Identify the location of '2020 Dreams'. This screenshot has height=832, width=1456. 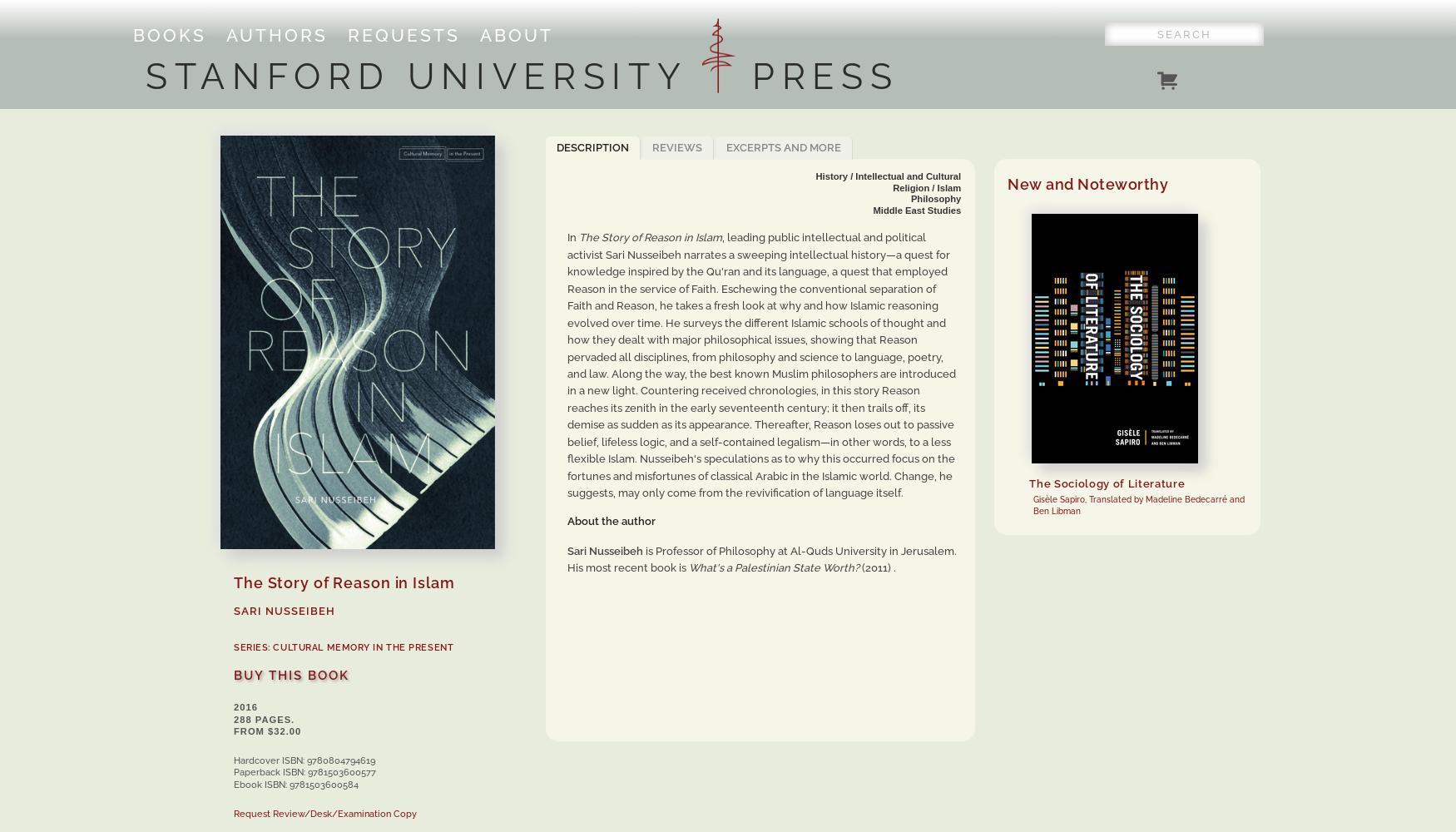
(1305, 412).